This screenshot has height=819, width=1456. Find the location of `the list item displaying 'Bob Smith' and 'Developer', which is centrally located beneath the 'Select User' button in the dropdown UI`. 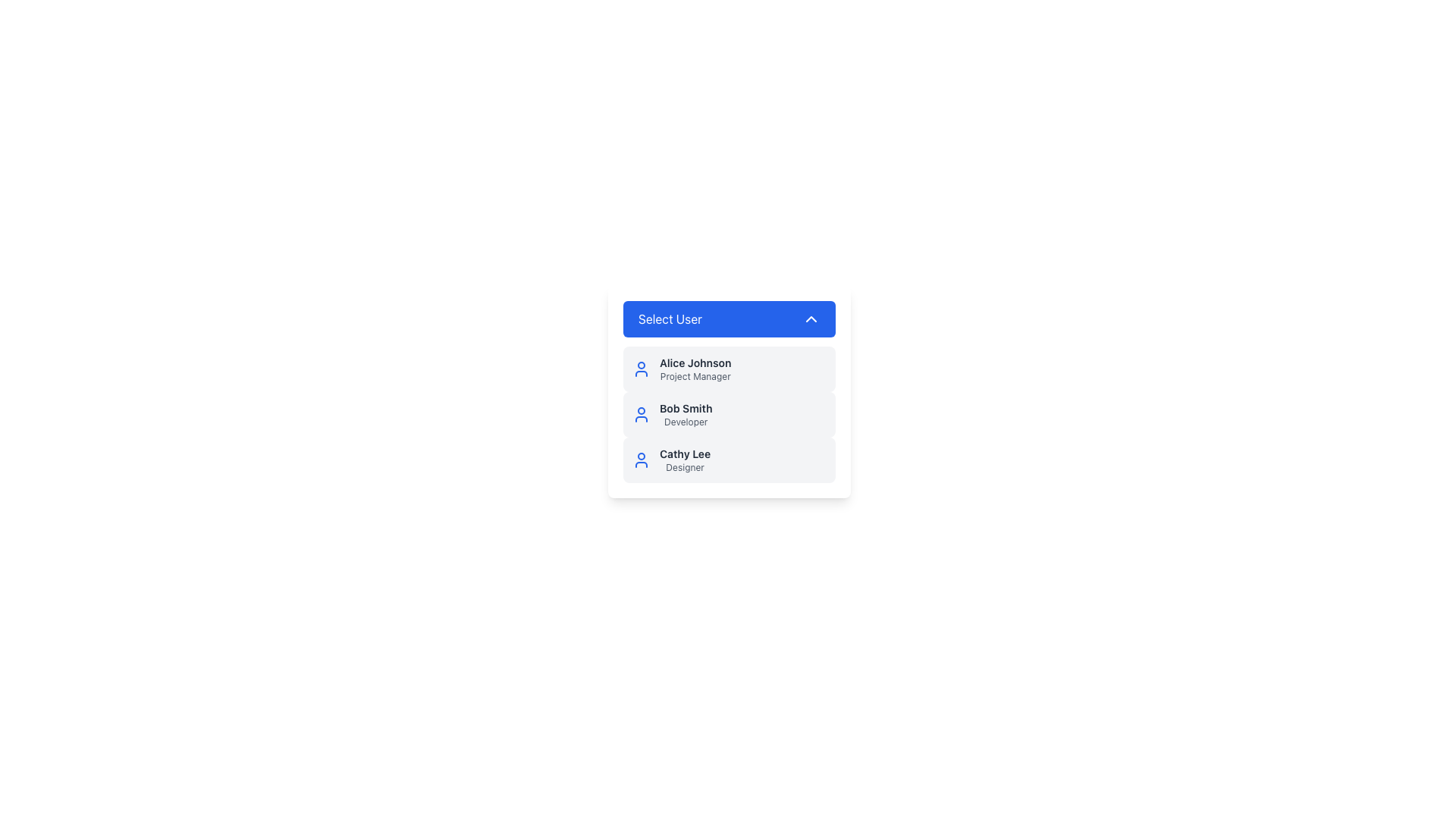

the list item displaying 'Bob Smith' and 'Developer', which is centrally located beneath the 'Select User' button in the dropdown UI is located at coordinates (729, 415).